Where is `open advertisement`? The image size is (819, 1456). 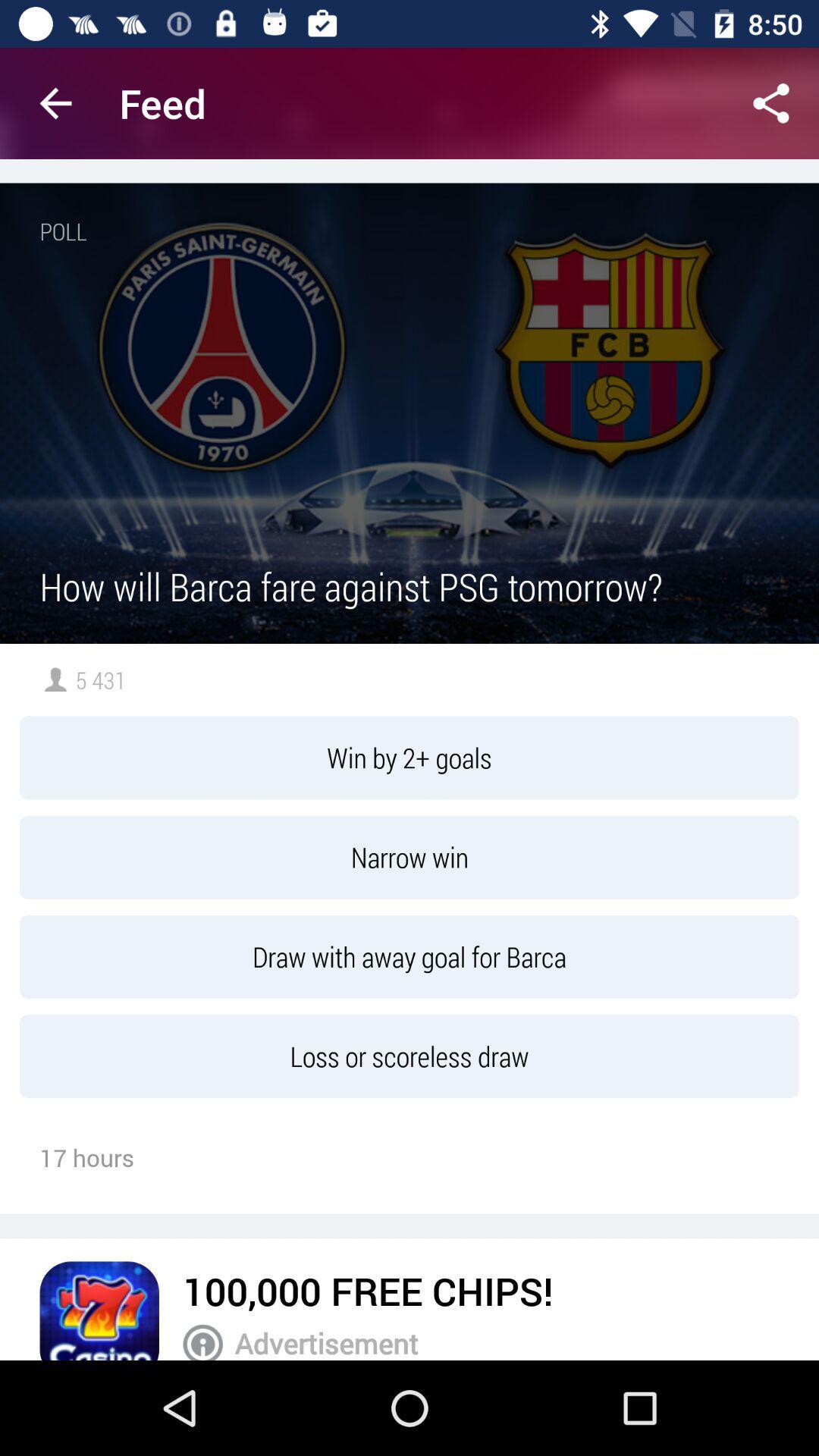 open advertisement is located at coordinates (202, 1342).